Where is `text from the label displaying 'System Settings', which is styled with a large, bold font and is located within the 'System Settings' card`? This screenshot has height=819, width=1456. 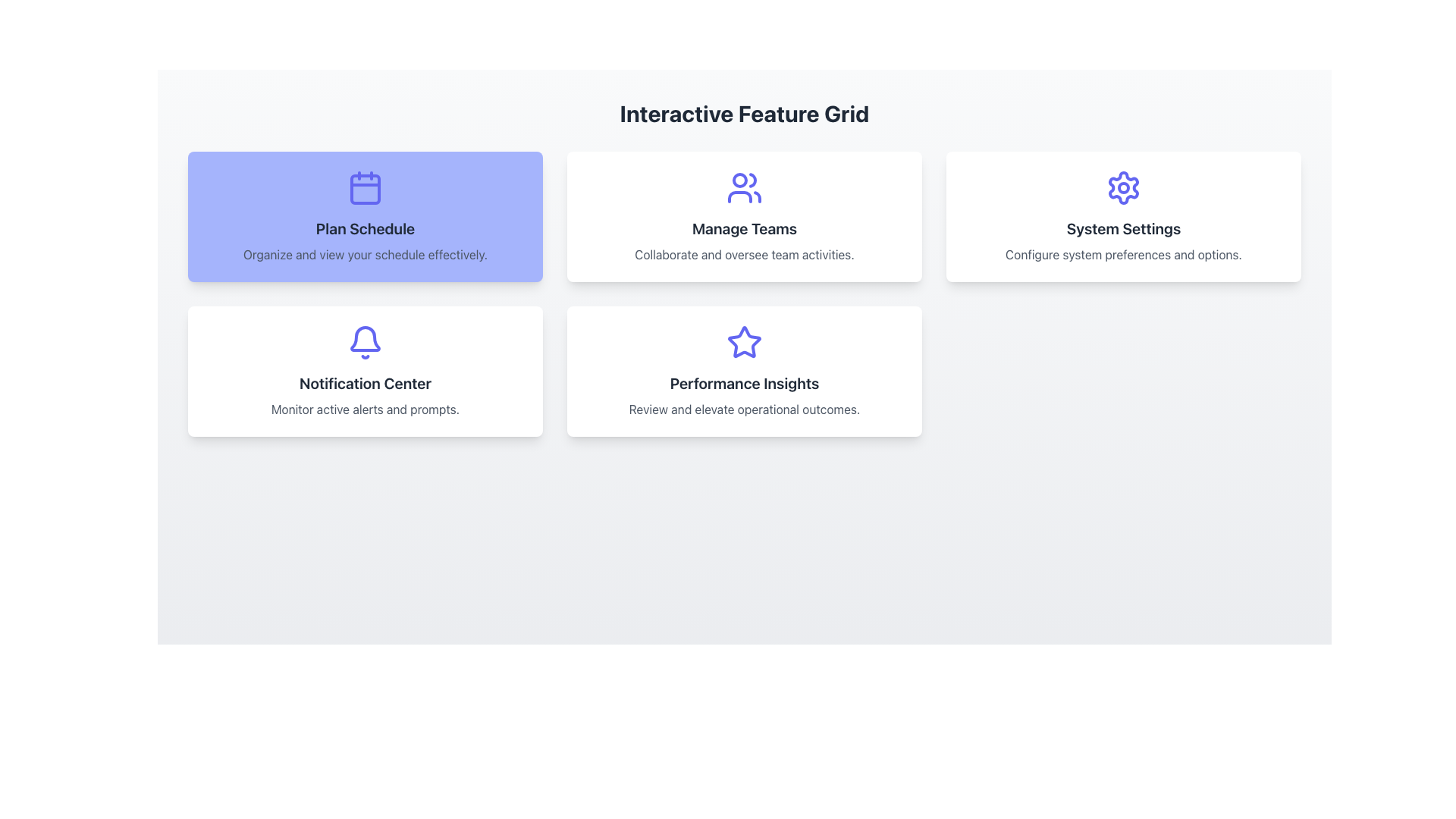
text from the label displaying 'System Settings', which is styled with a large, bold font and is located within the 'System Settings' card is located at coordinates (1124, 228).